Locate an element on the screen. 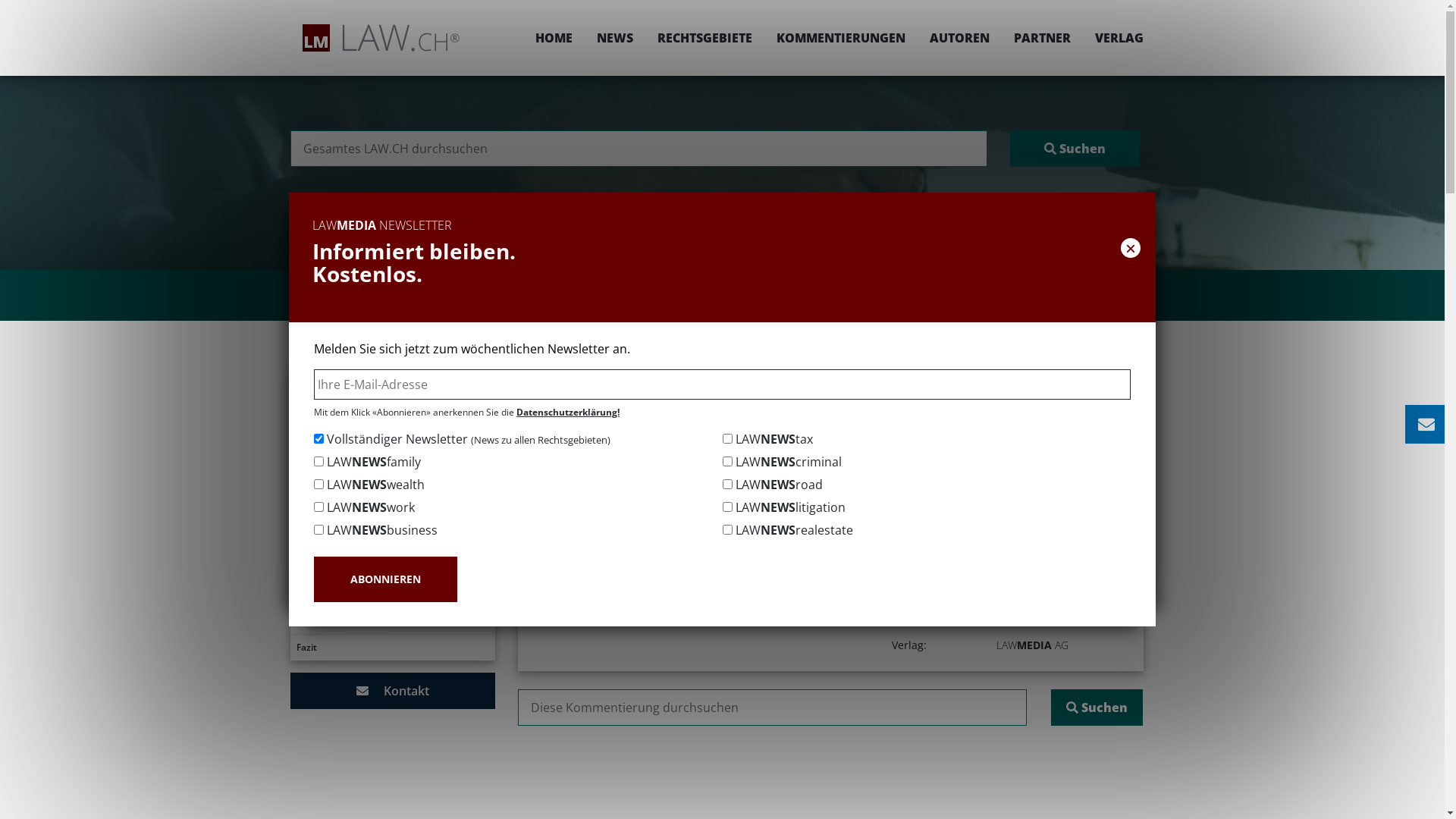  'ABONNIEREN' is located at coordinates (312, 579).